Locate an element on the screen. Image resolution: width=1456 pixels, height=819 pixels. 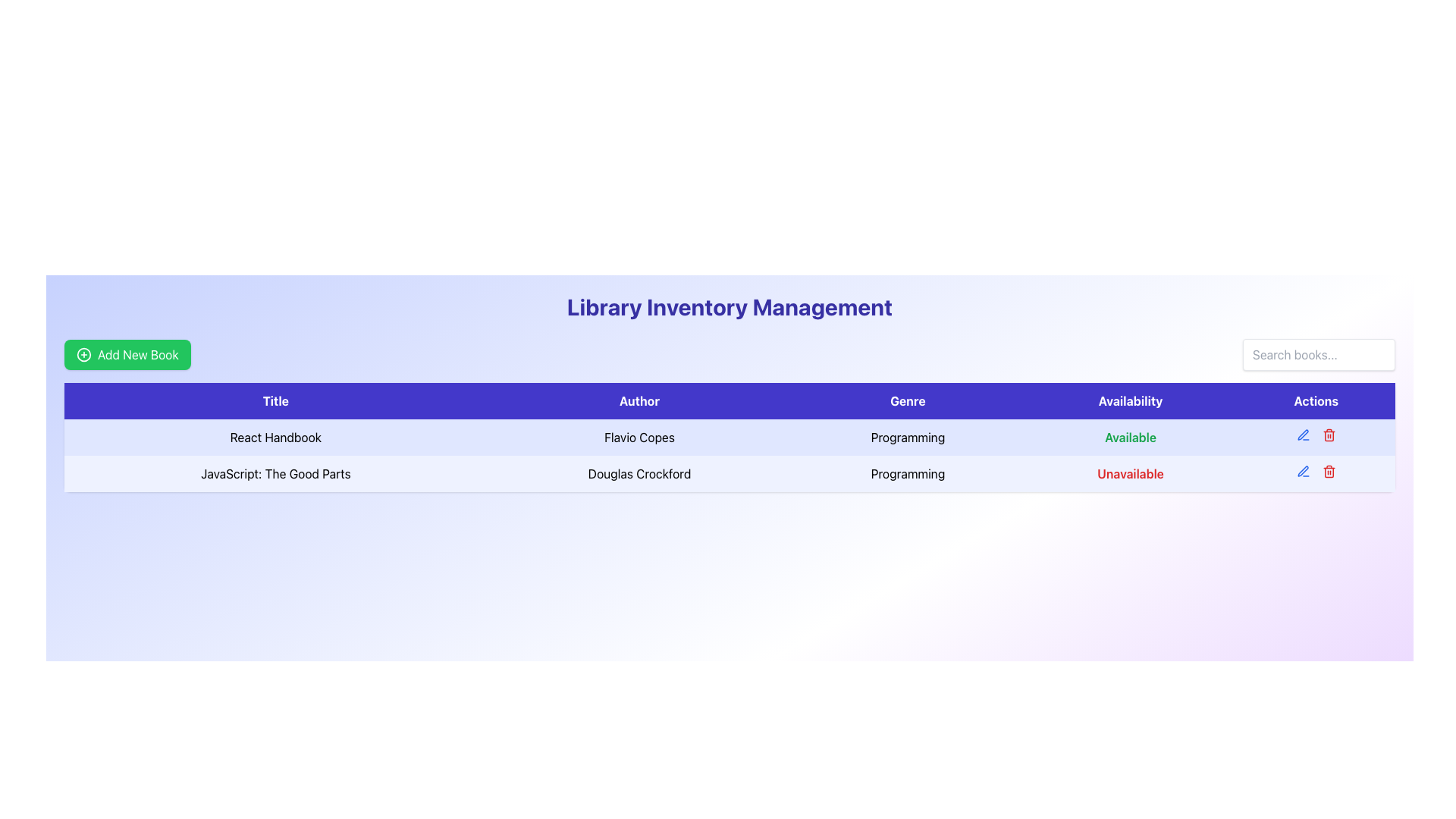
the static text label reading 'Genre', which is the third column header in the table, styled with a bold white font on a purple background is located at coordinates (908, 400).